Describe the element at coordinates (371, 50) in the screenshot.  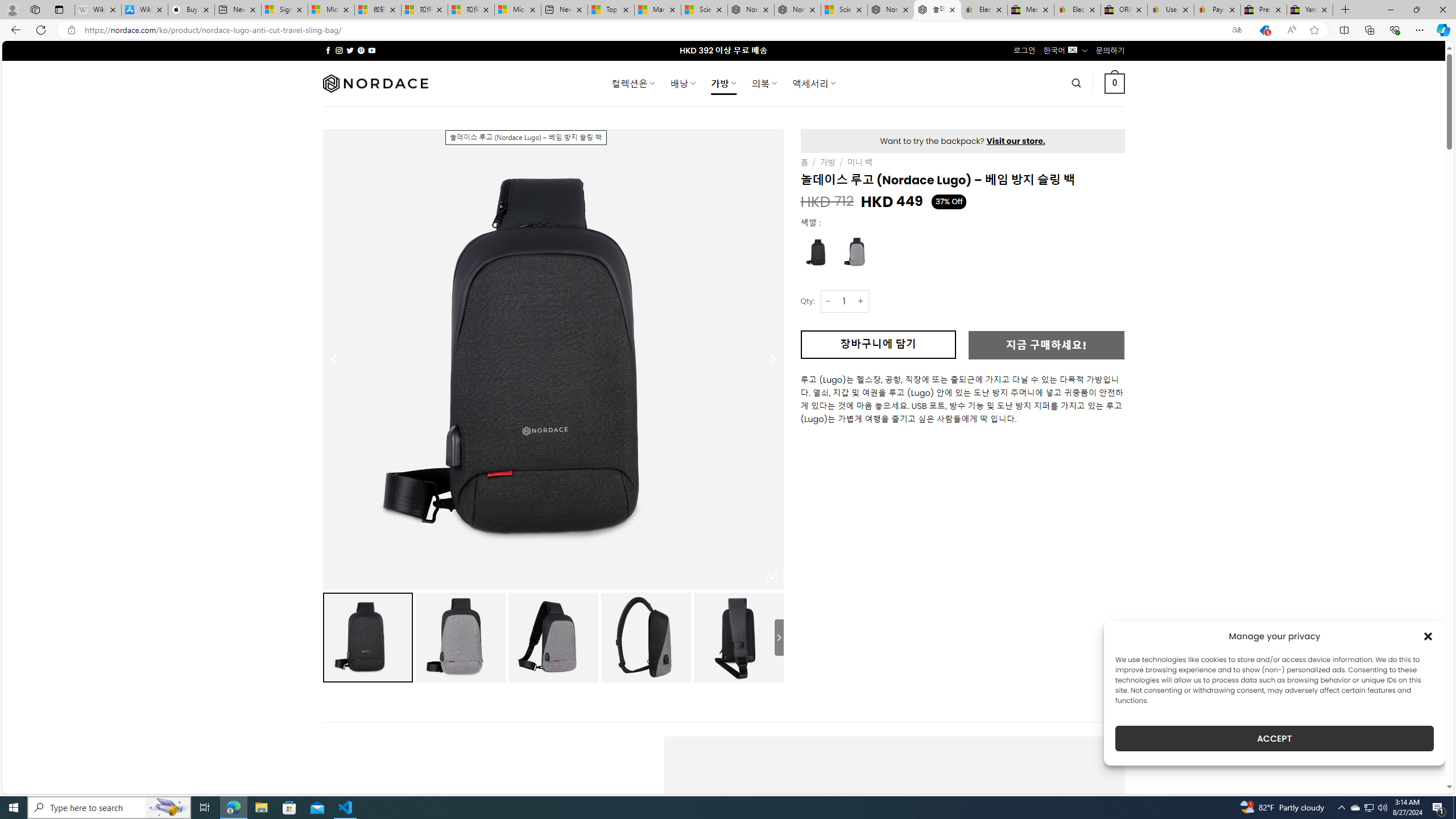
I see `'Follow on YouTube'` at that location.